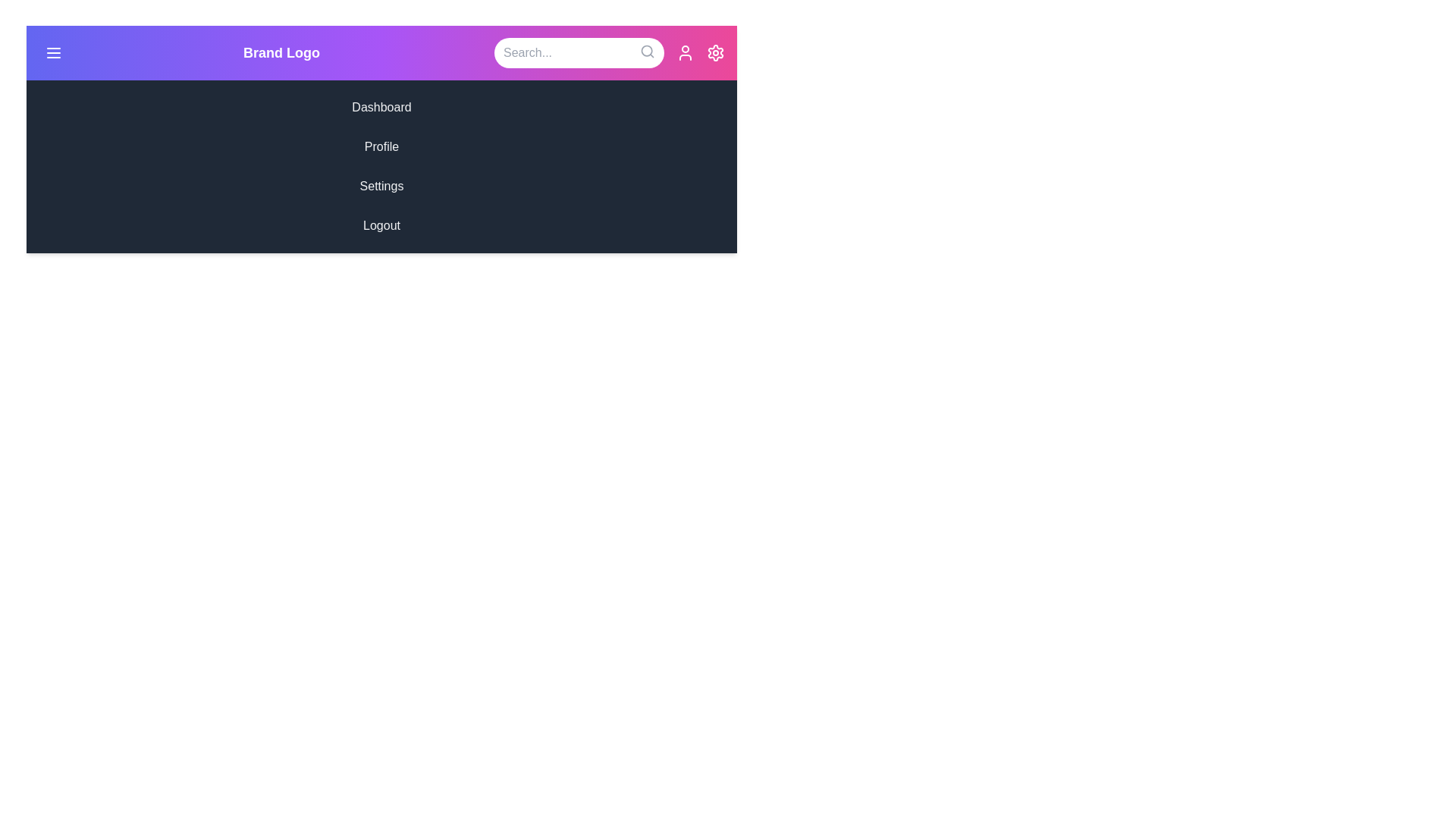 This screenshot has height=819, width=1456. What do you see at coordinates (54, 52) in the screenshot?
I see `the menu button to toggle the sidebar visibility` at bounding box center [54, 52].